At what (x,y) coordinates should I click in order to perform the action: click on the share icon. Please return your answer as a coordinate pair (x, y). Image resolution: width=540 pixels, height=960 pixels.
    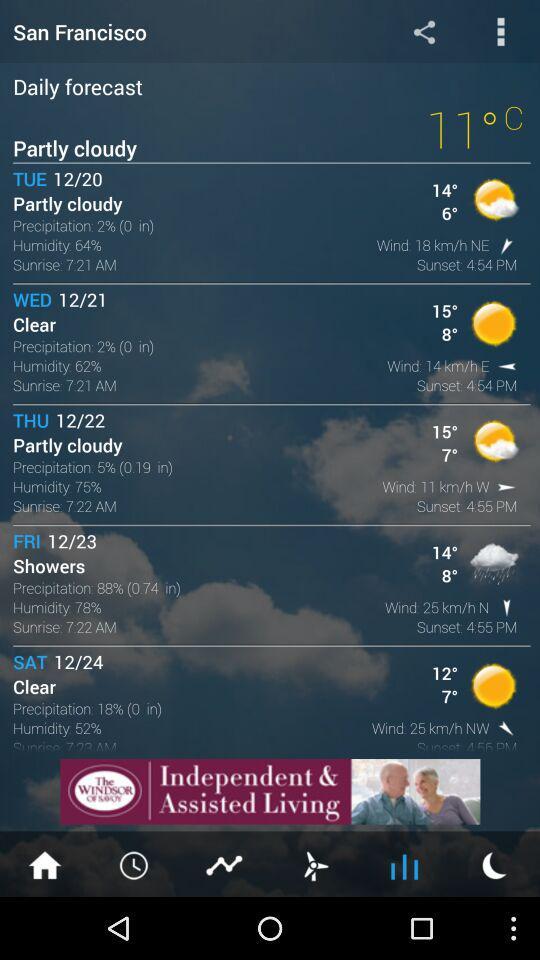
    Looking at the image, I should click on (423, 33).